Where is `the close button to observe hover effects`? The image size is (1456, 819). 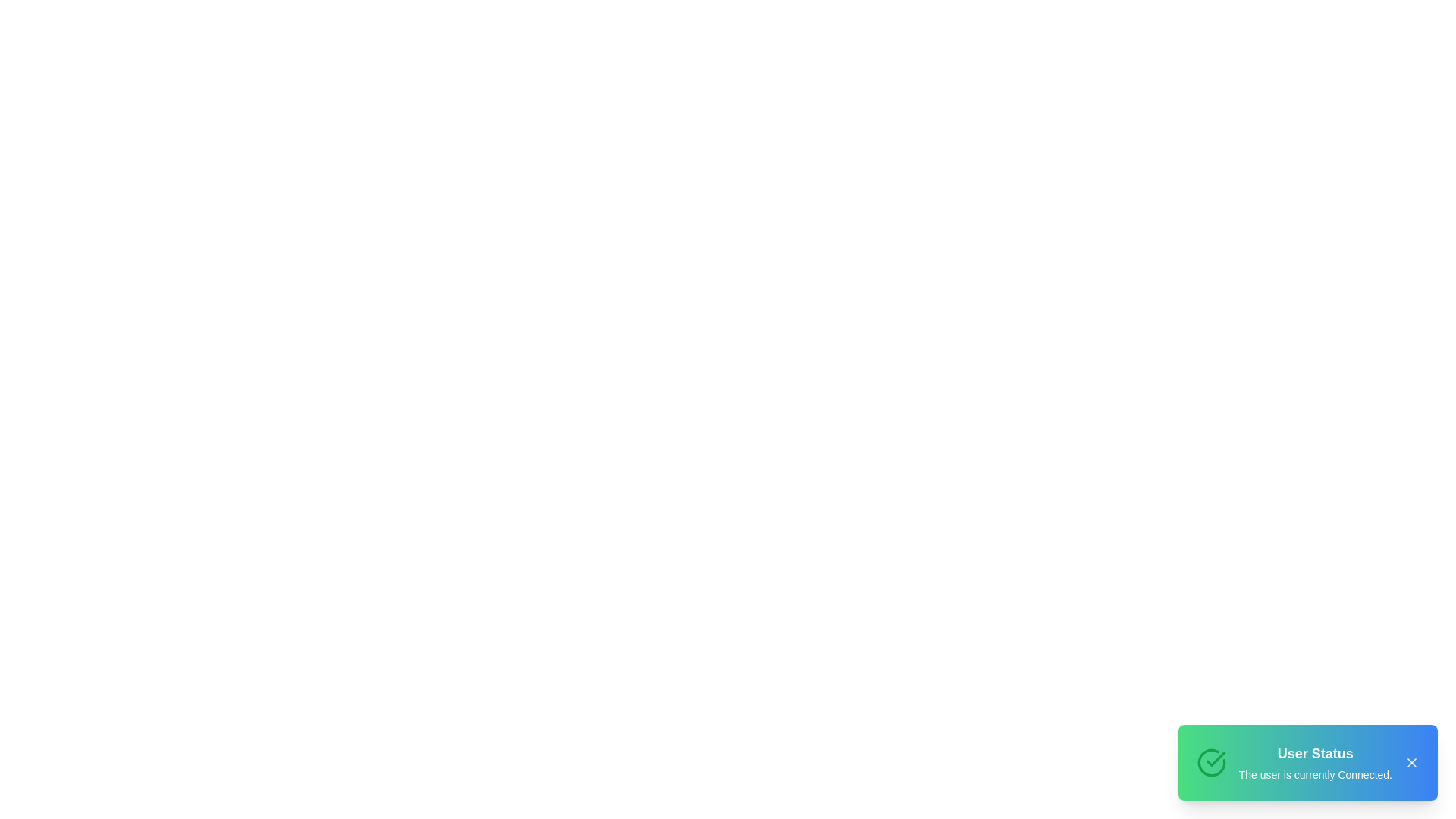
the close button to observe hover effects is located at coordinates (1411, 763).